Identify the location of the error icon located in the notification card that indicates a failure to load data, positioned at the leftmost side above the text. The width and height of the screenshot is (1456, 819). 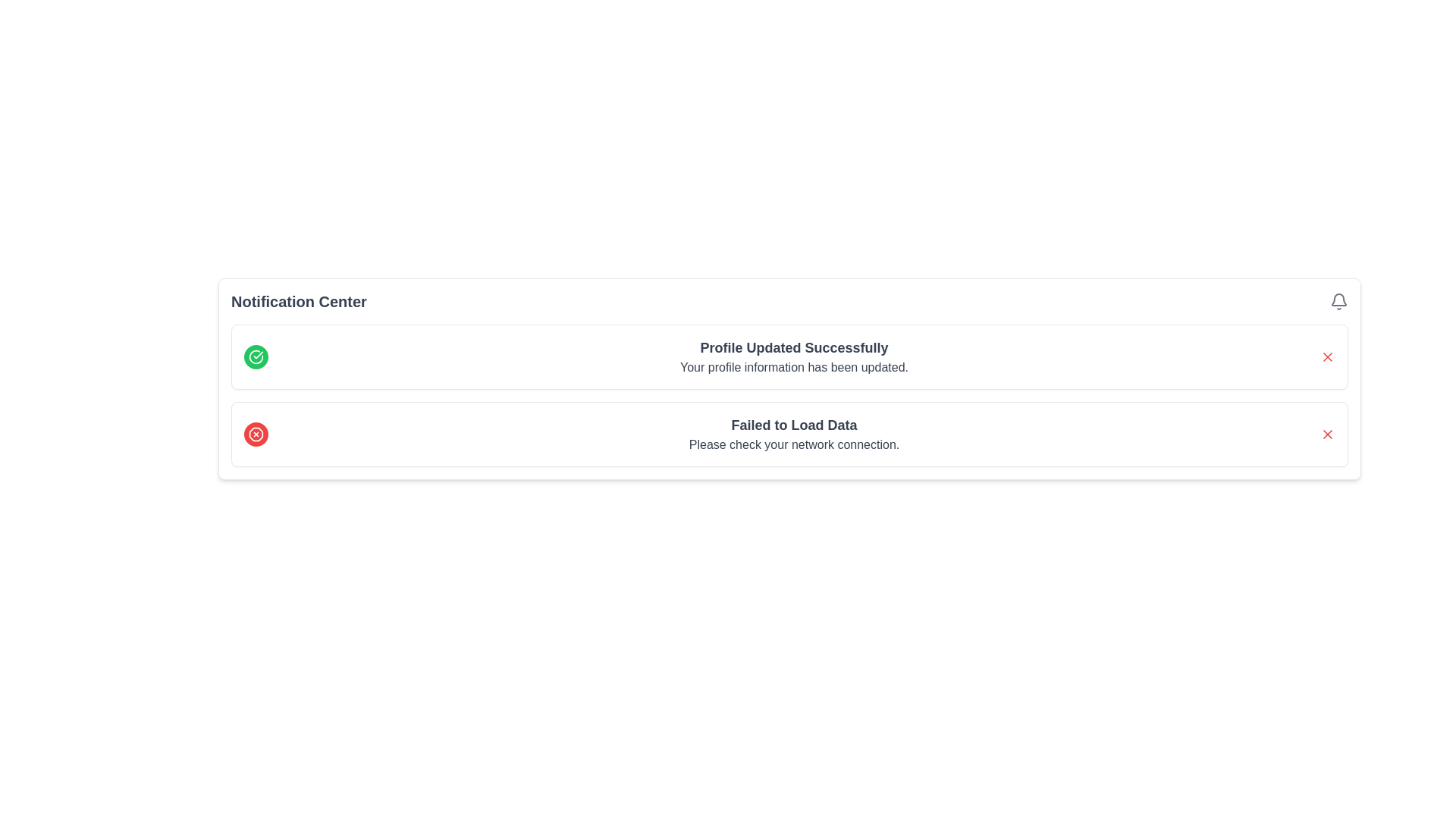
(256, 435).